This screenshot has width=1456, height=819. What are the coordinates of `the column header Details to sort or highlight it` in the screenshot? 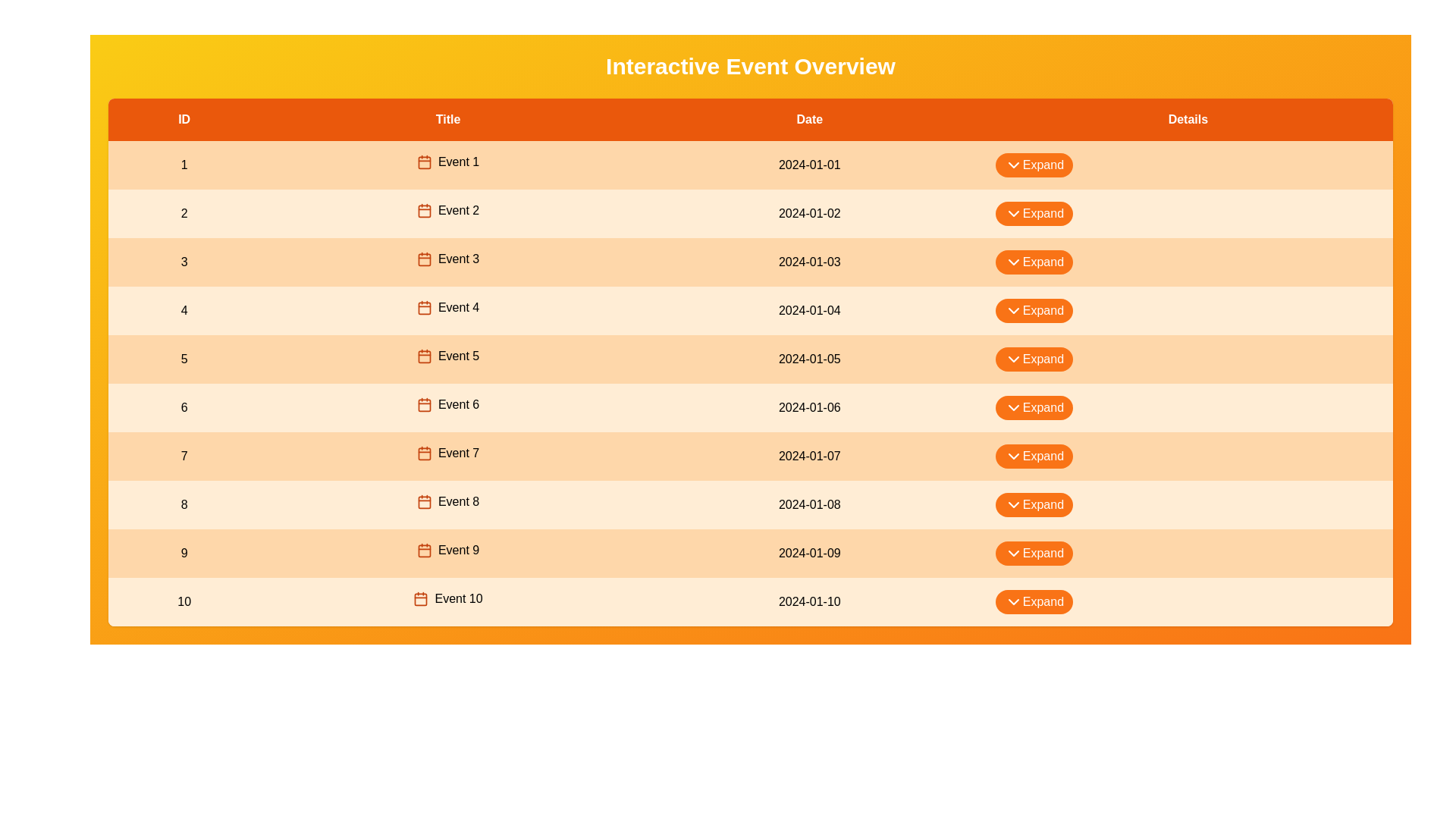 It's located at (1186, 119).